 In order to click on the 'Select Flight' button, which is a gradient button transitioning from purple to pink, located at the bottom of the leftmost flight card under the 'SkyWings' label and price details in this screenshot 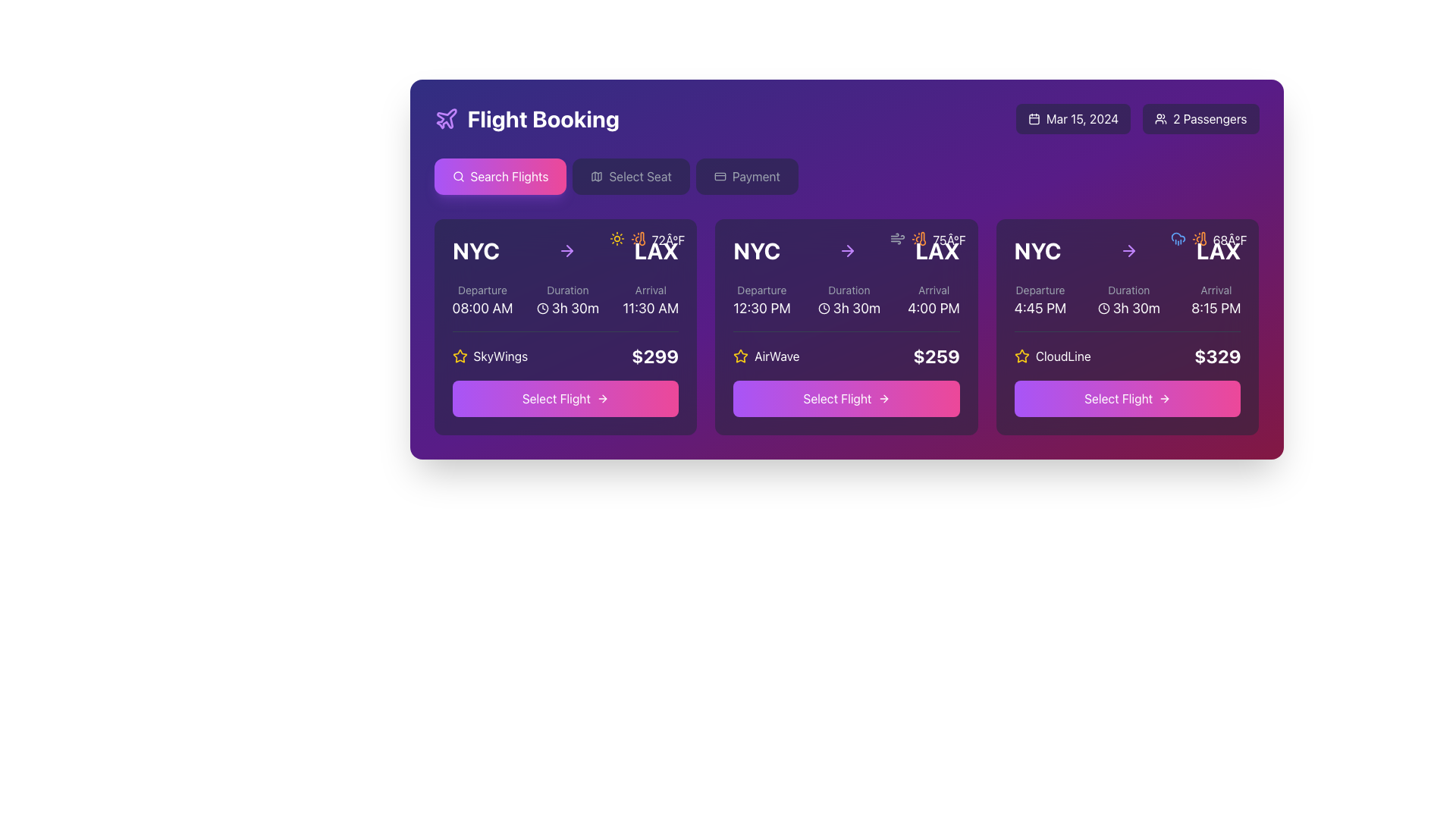, I will do `click(564, 397)`.